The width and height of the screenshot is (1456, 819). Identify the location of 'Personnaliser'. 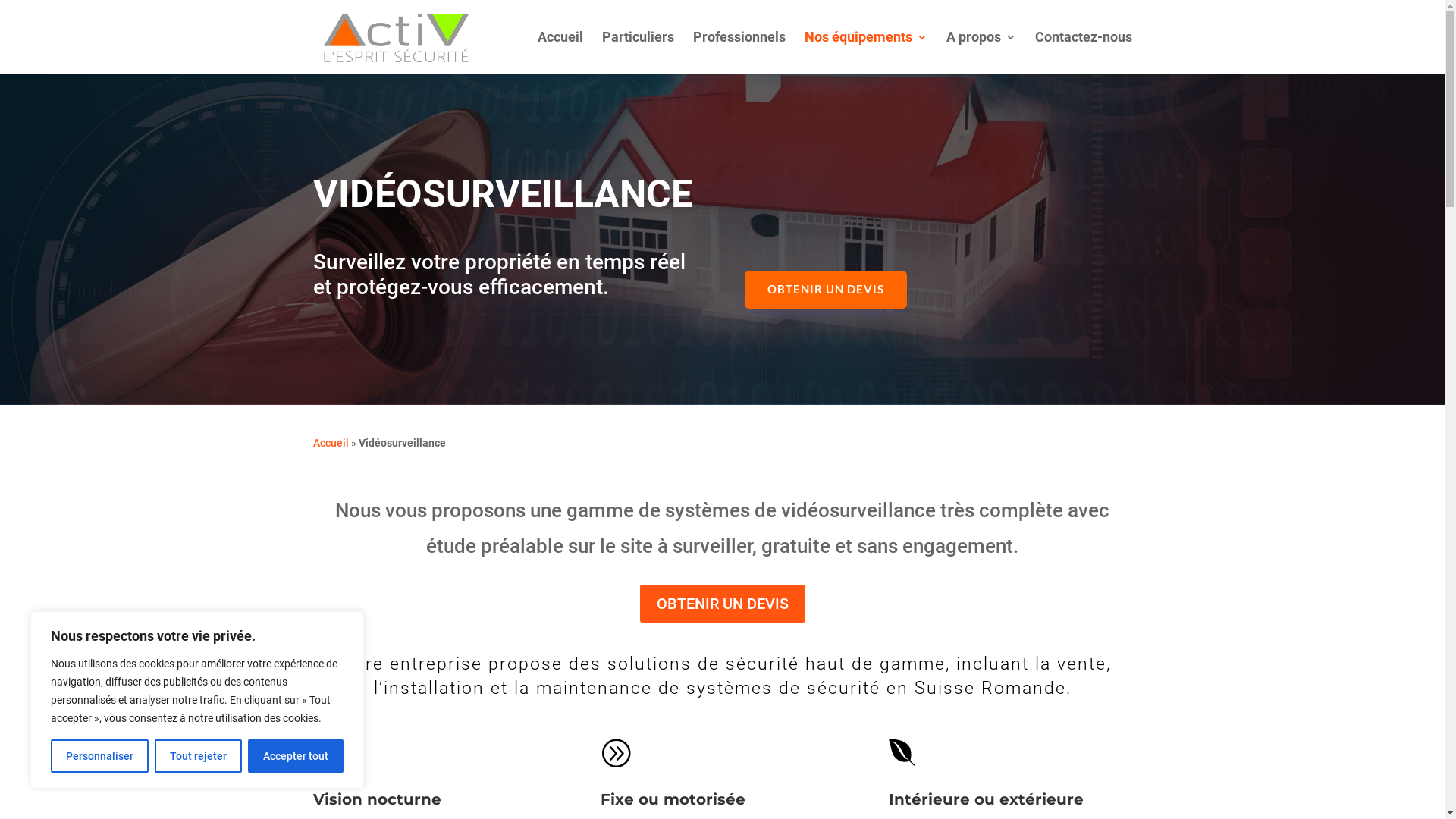
(99, 755).